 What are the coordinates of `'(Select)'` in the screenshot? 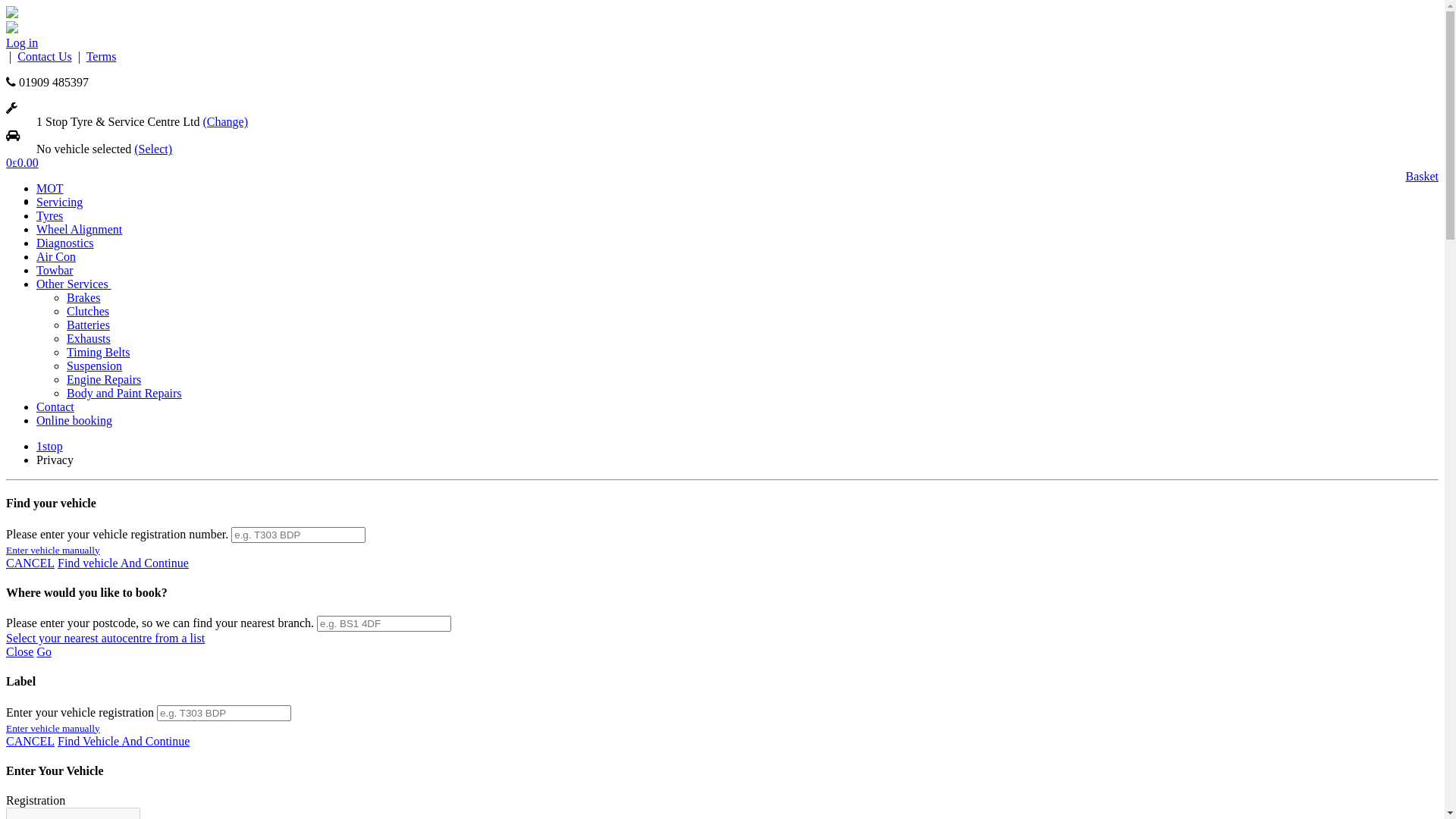 It's located at (152, 149).